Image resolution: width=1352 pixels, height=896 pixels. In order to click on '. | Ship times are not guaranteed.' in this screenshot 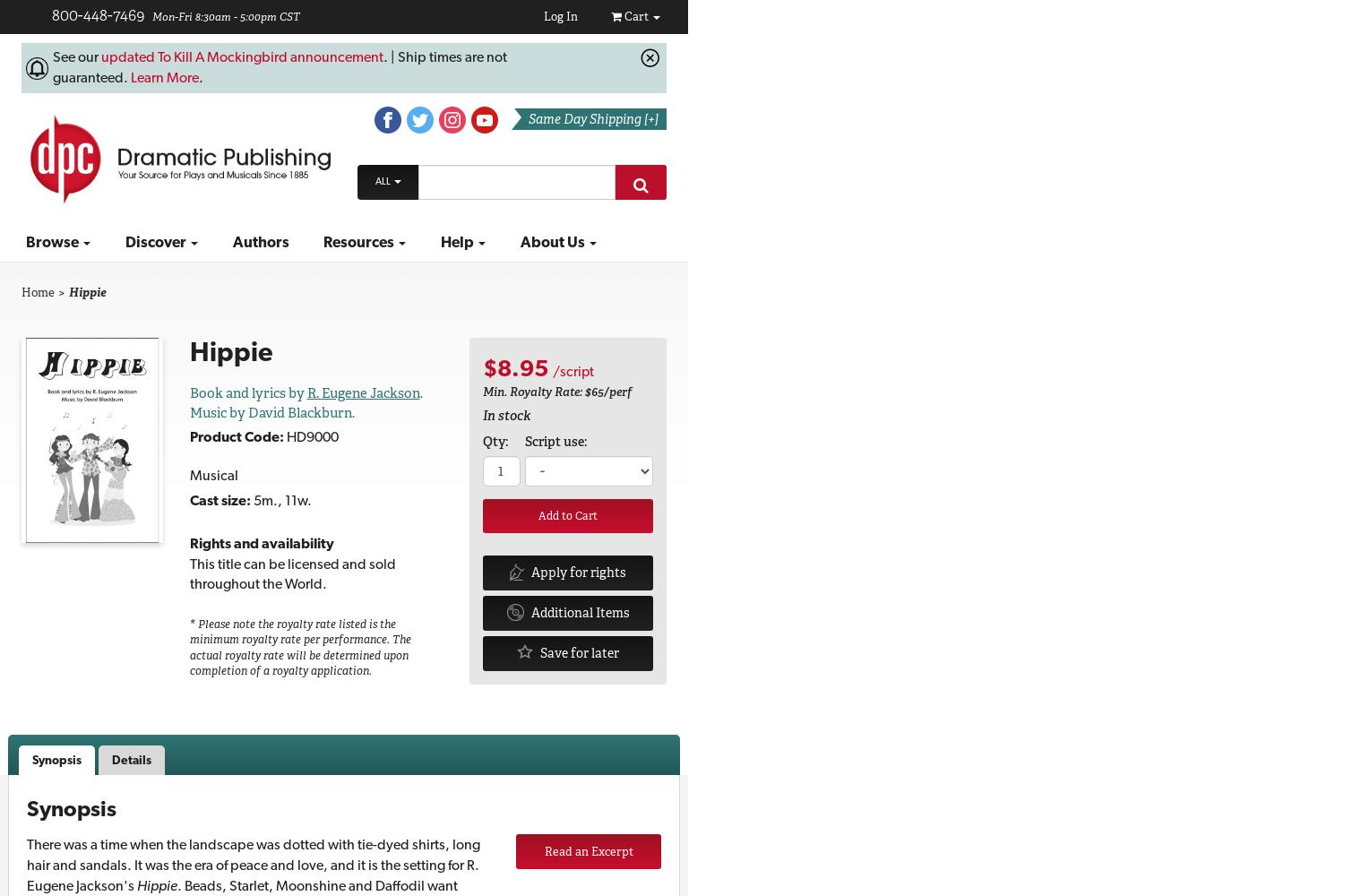, I will do `click(279, 65)`.